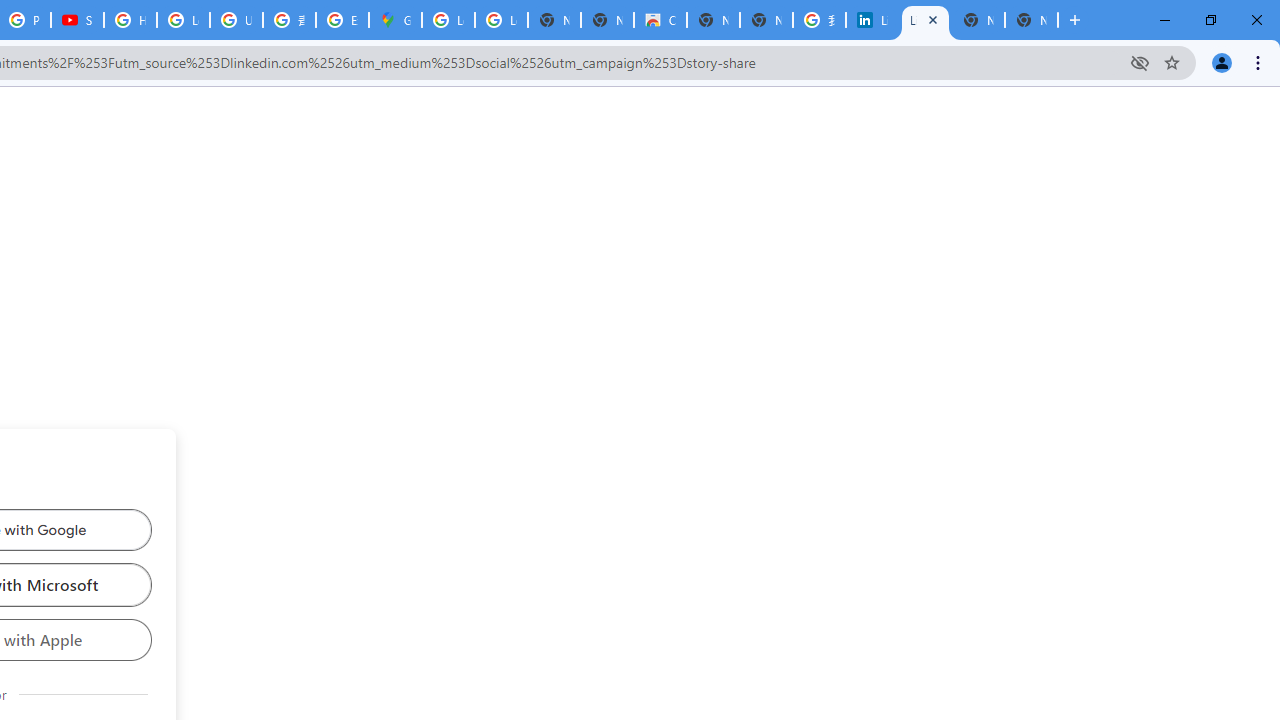 The width and height of the screenshot is (1280, 720). Describe the element at coordinates (872, 20) in the screenshot. I see `'LinkedIn Login, Sign in | LinkedIn'` at that location.